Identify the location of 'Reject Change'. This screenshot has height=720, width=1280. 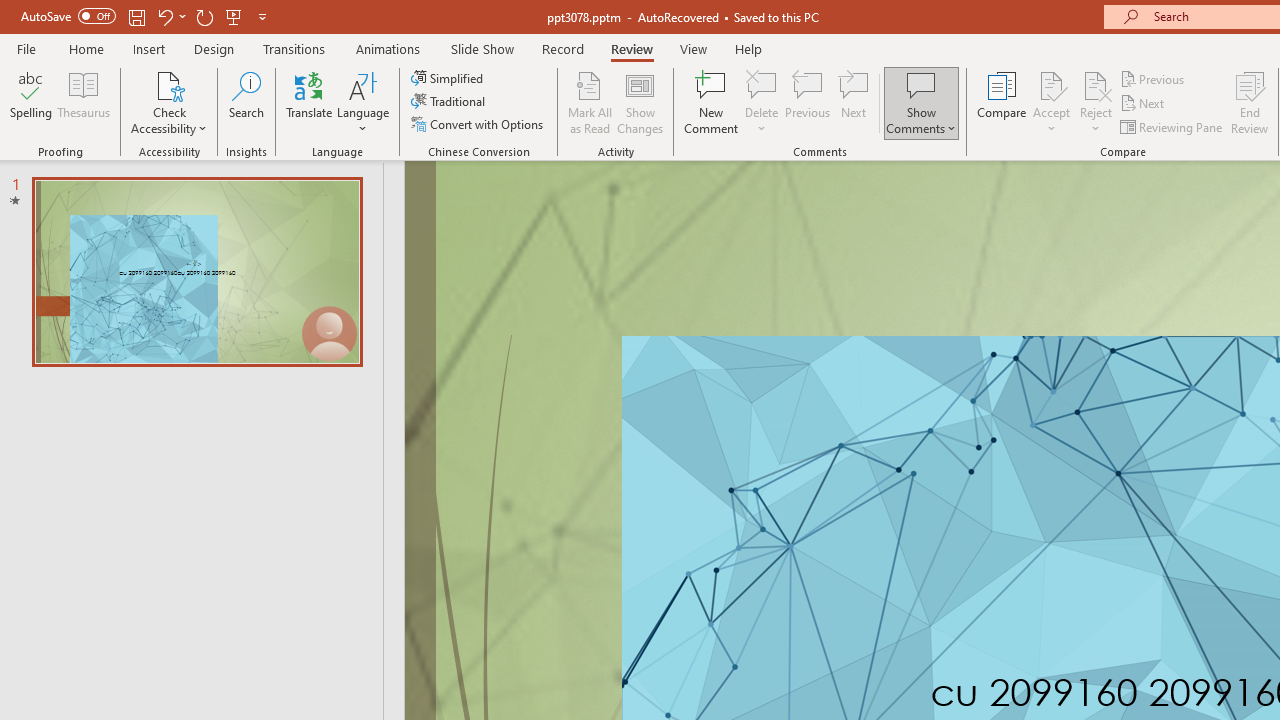
(1095, 84).